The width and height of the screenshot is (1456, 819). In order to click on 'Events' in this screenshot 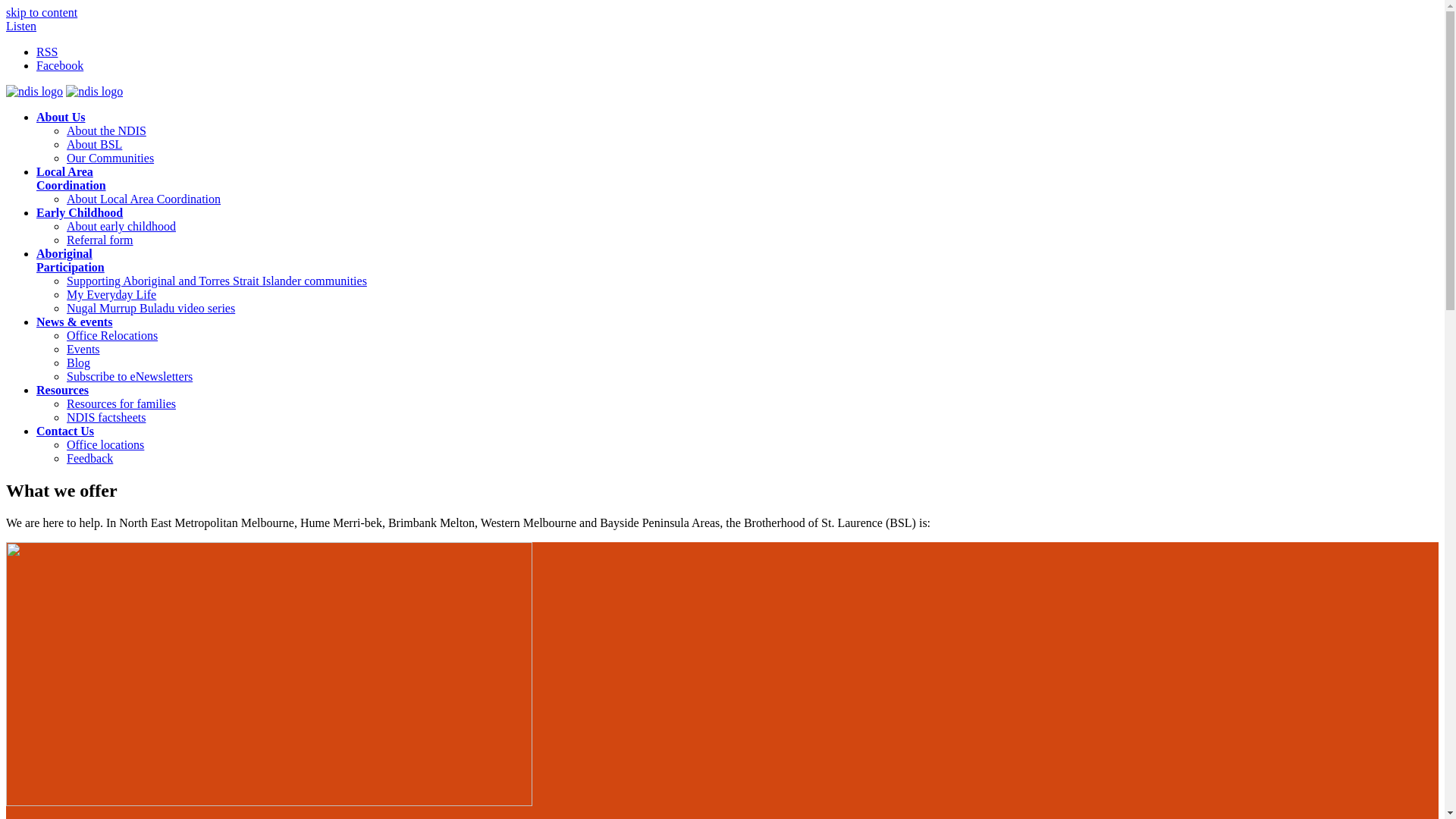, I will do `click(83, 349)`.